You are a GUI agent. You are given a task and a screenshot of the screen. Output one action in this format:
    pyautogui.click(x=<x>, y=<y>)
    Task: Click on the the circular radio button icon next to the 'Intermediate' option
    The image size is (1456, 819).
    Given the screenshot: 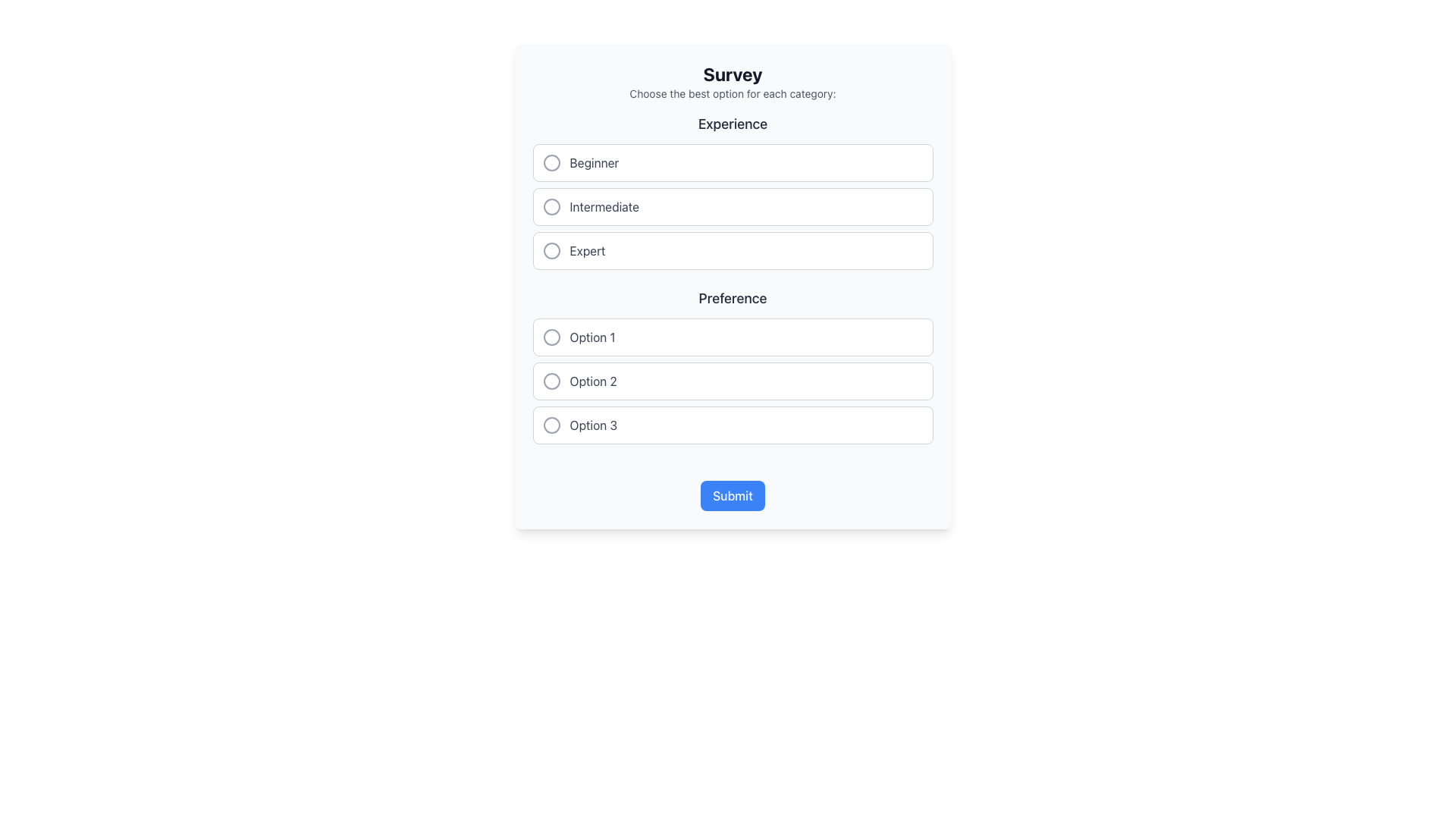 What is the action you would take?
    pyautogui.click(x=551, y=207)
    